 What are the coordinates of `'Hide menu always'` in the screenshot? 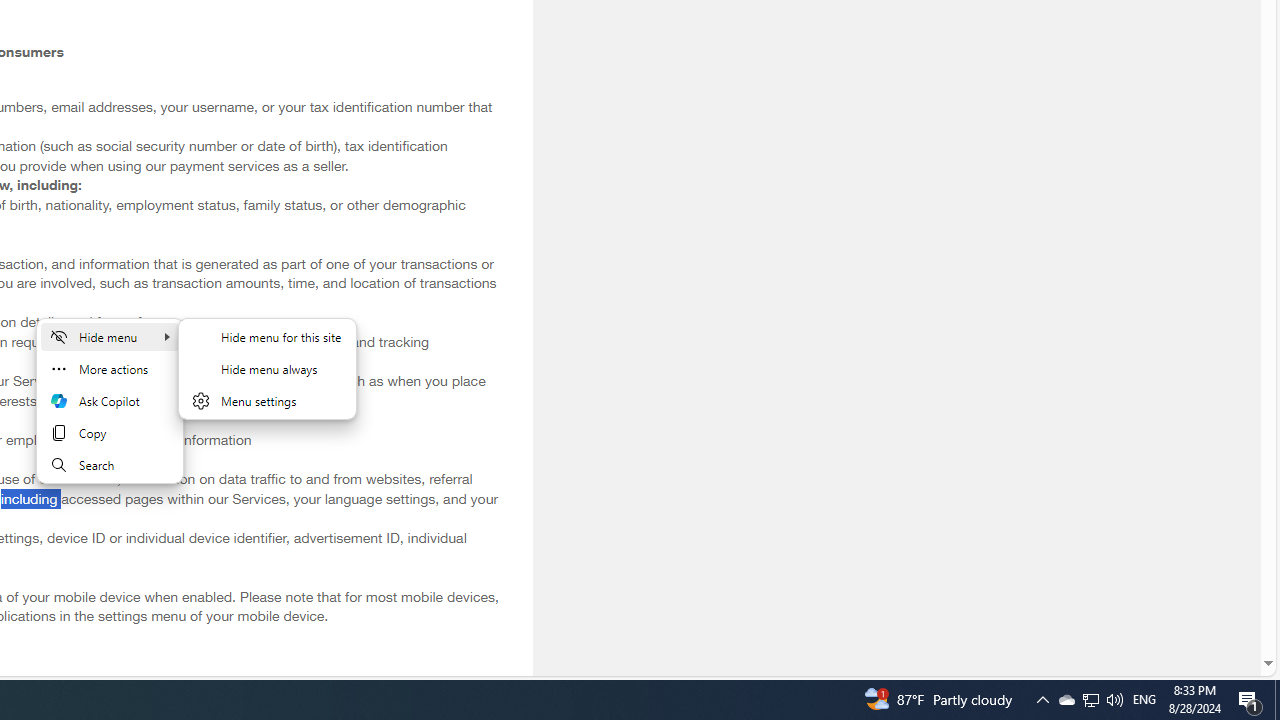 It's located at (266, 368).